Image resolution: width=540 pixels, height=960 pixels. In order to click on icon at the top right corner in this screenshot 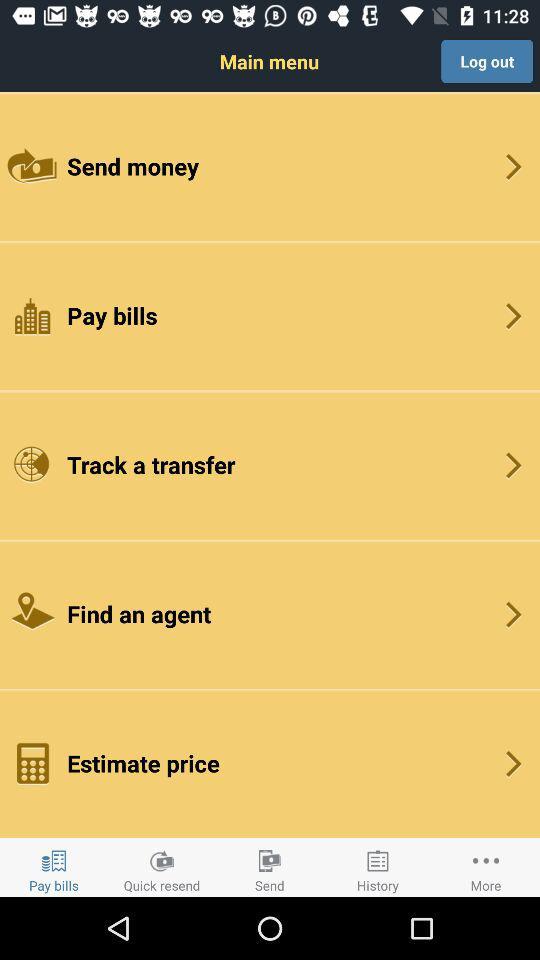, I will do `click(486, 61)`.